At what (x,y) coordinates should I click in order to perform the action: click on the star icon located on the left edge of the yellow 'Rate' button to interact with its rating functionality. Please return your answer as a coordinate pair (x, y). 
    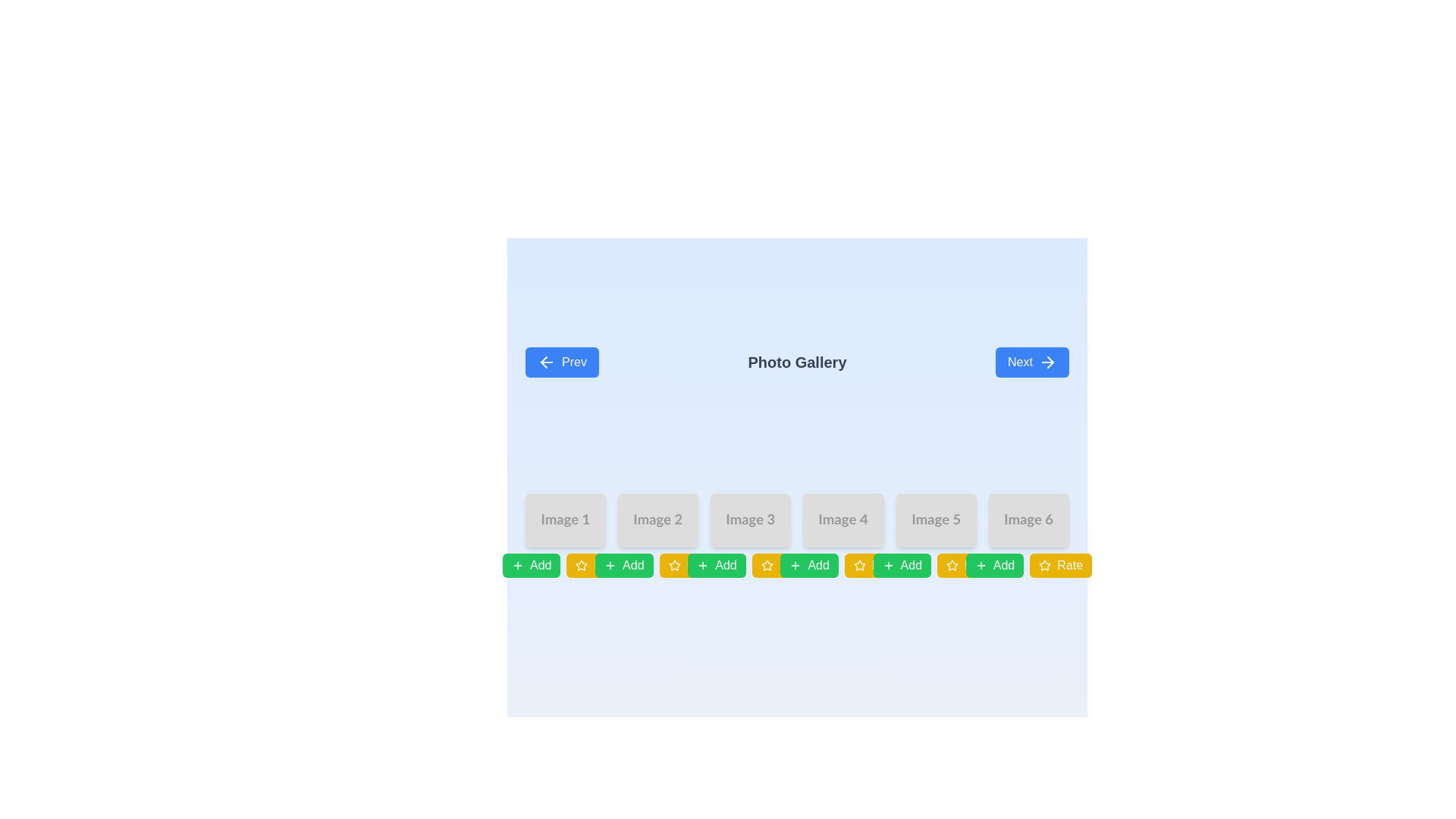
    Looking at the image, I should click on (1044, 565).